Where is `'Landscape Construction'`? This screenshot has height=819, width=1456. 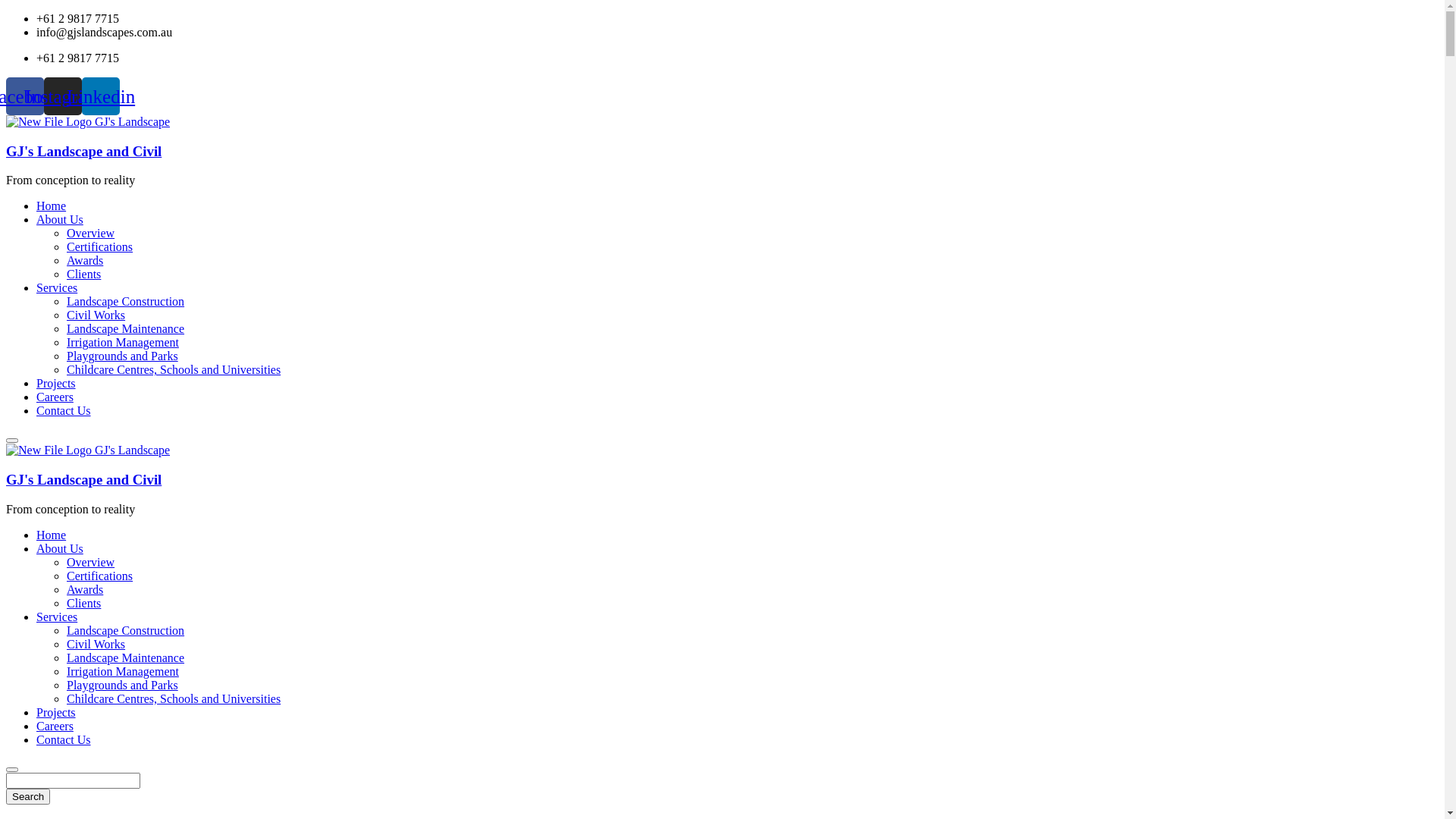
'Landscape Construction' is located at coordinates (125, 301).